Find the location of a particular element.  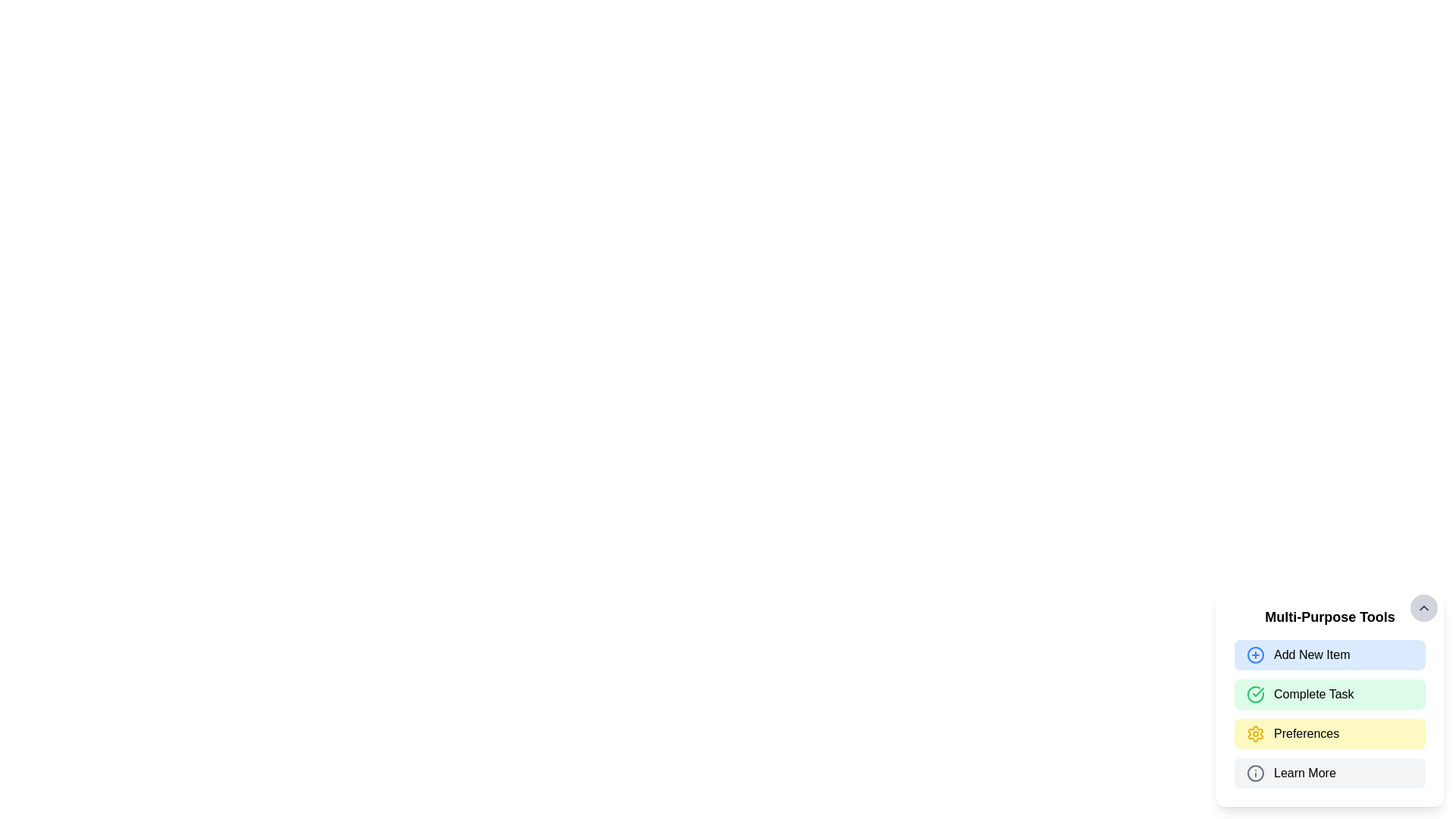

the yellow gear icon located to the left of the 'Preferences' text within the button to interact with it is located at coordinates (1256, 733).